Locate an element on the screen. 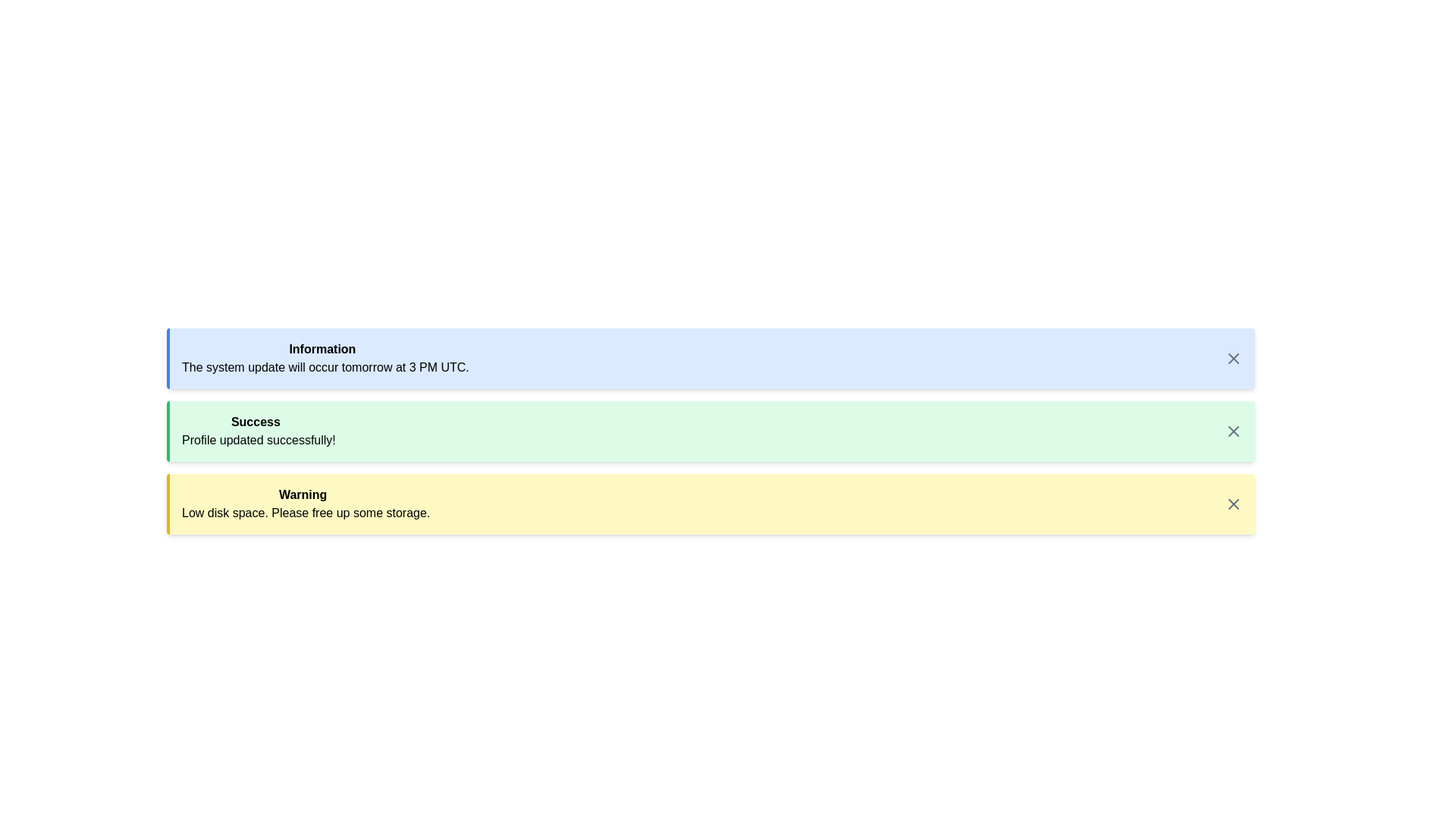 The height and width of the screenshot is (819, 1456). the static informational text about the scheduled system update located in the notification box titled 'Information' is located at coordinates (325, 368).